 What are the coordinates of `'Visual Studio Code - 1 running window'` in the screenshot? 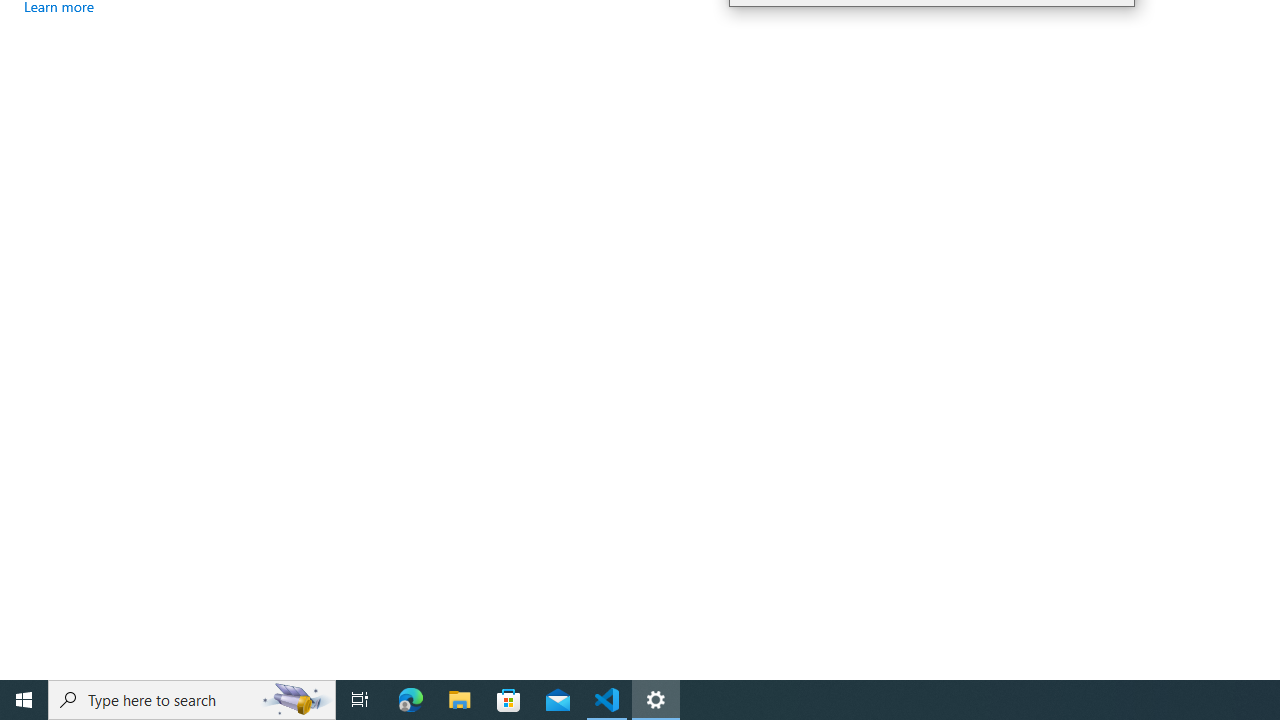 It's located at (606, 698).